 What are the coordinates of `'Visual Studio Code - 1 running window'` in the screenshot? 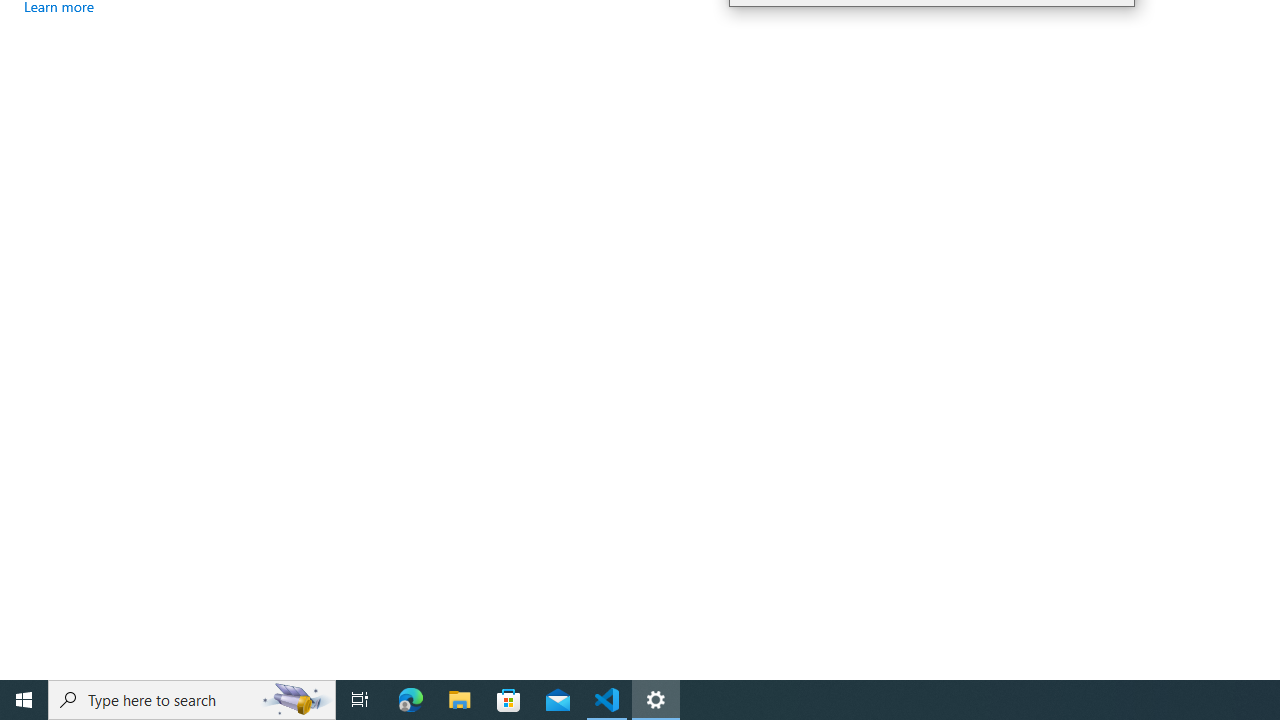 It's located at (606, 698).